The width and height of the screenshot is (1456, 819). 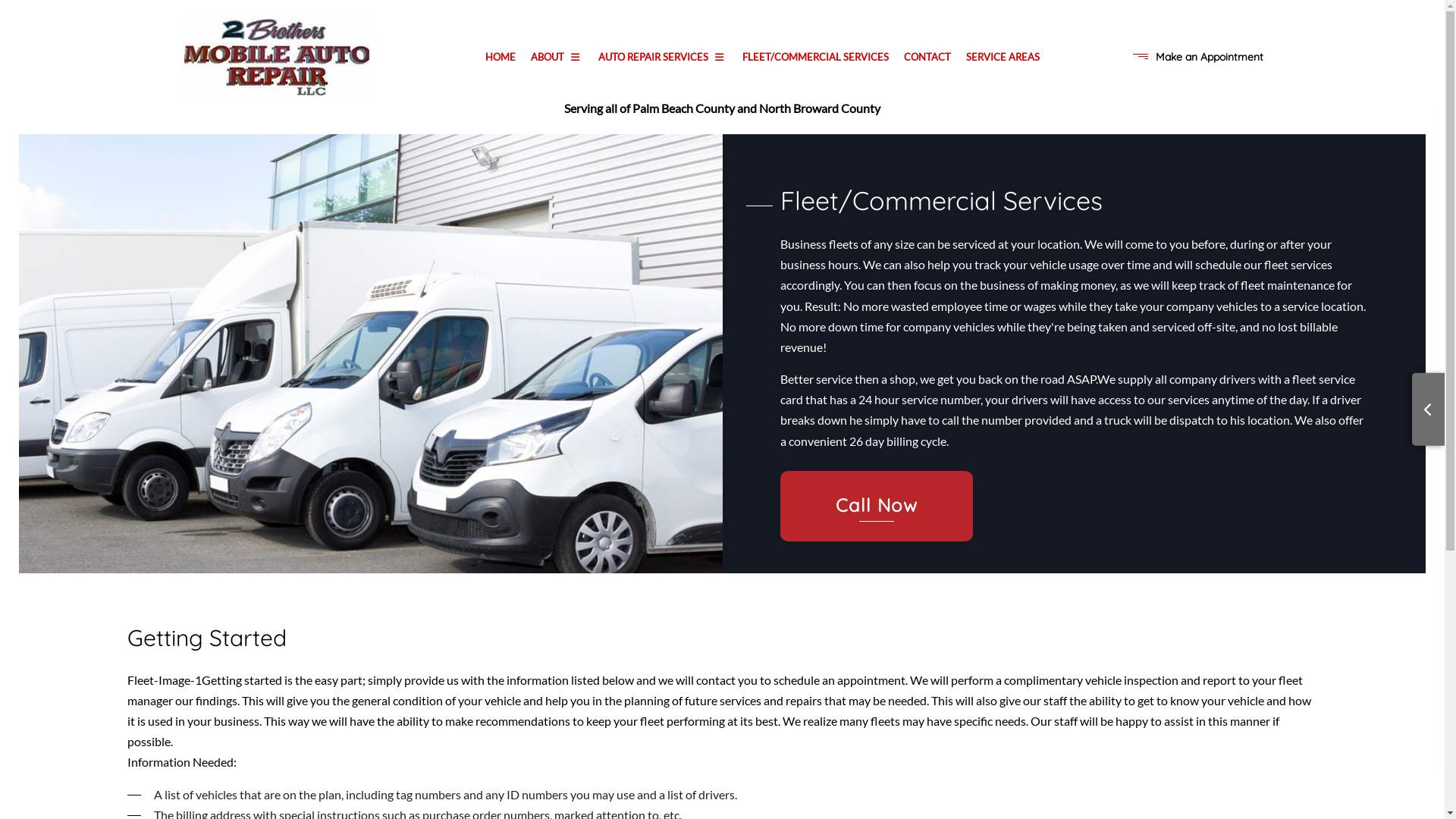 I want to click on 'HOME', so click(x=476, y=56).